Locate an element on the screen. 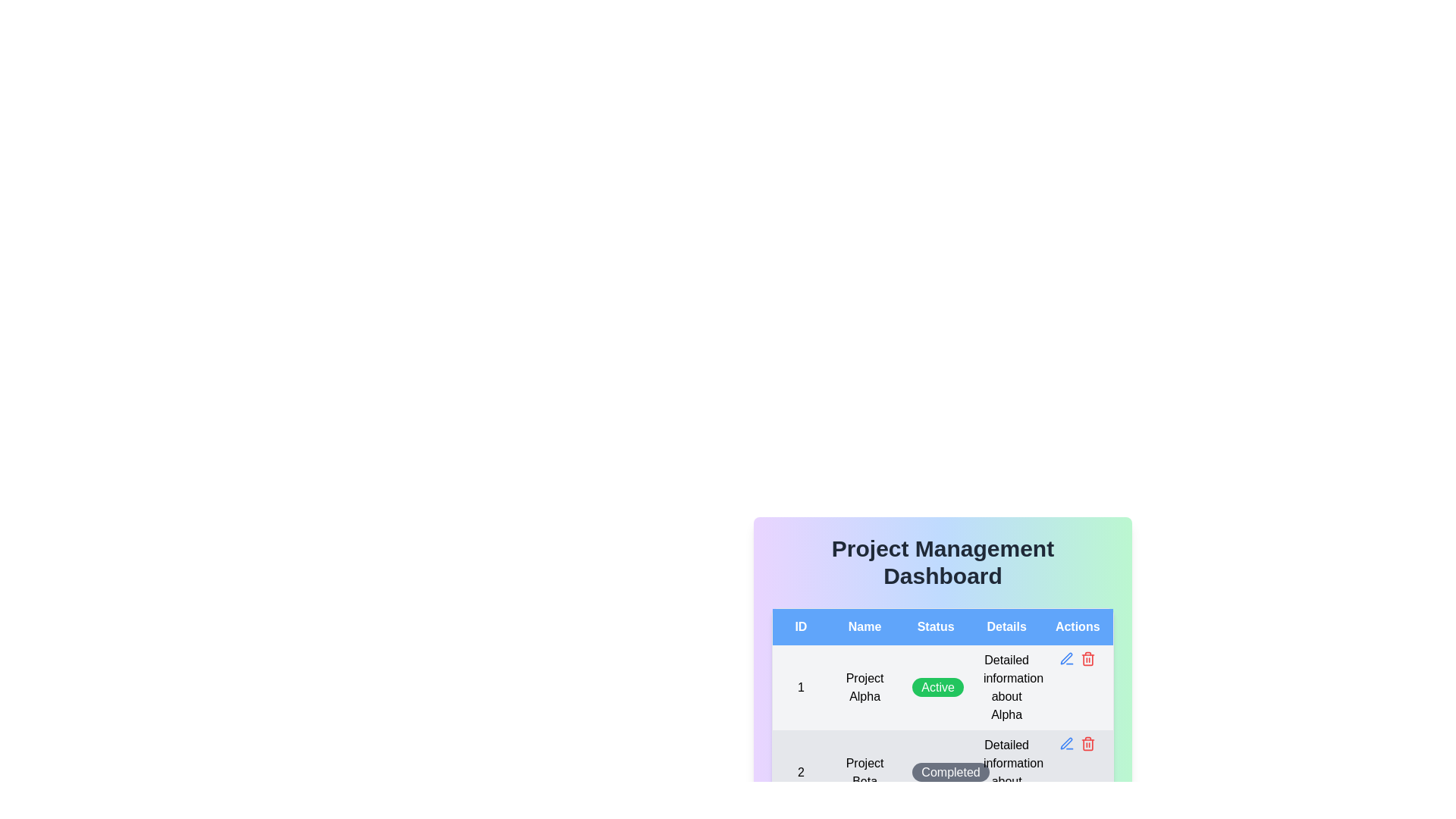 This screenshot has height=819, width=1456. the first project summary row in the table is located at coordinates (942, 687).